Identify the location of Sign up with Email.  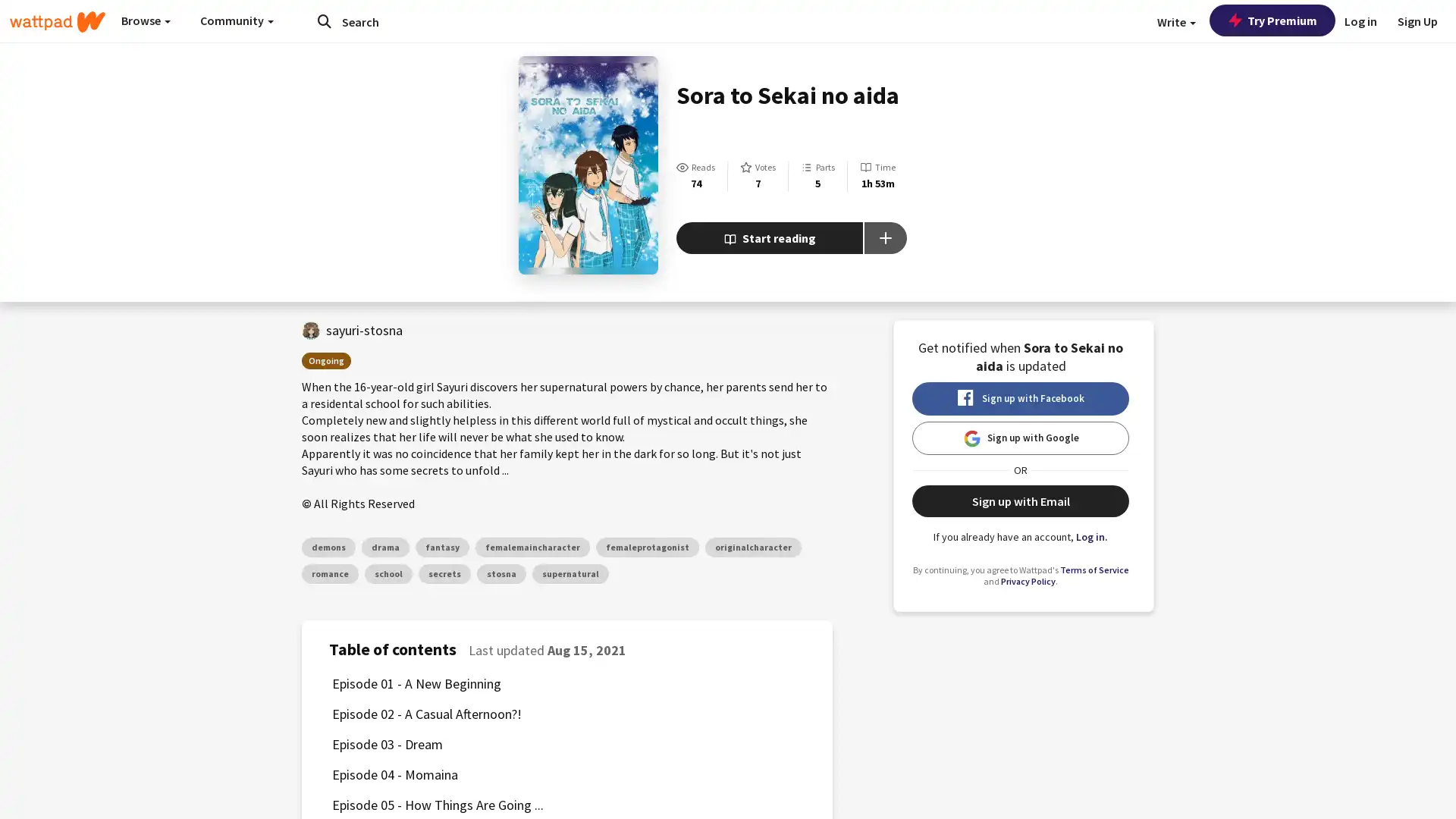
(1020, 500).